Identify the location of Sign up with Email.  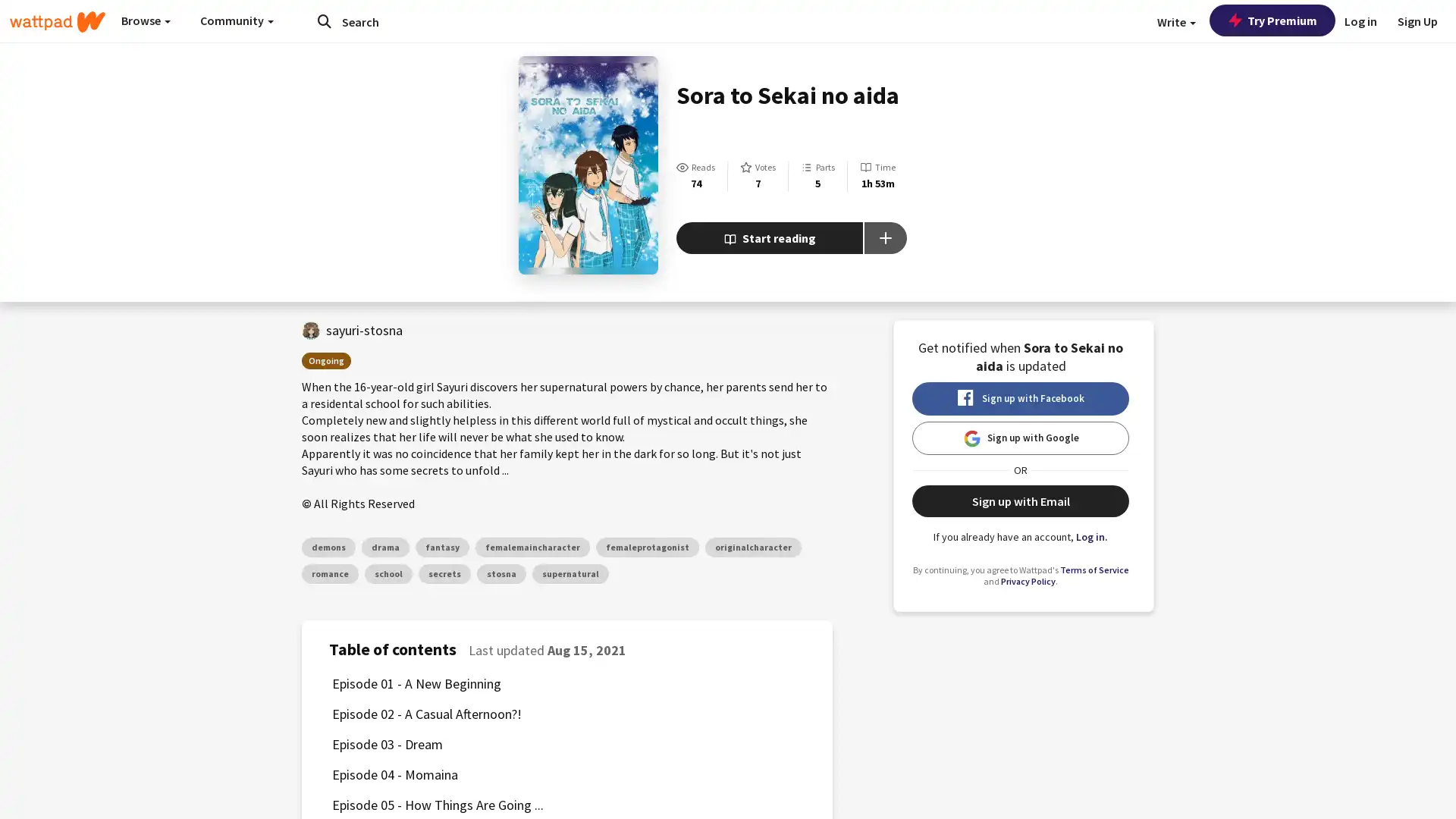
(1020, 500).